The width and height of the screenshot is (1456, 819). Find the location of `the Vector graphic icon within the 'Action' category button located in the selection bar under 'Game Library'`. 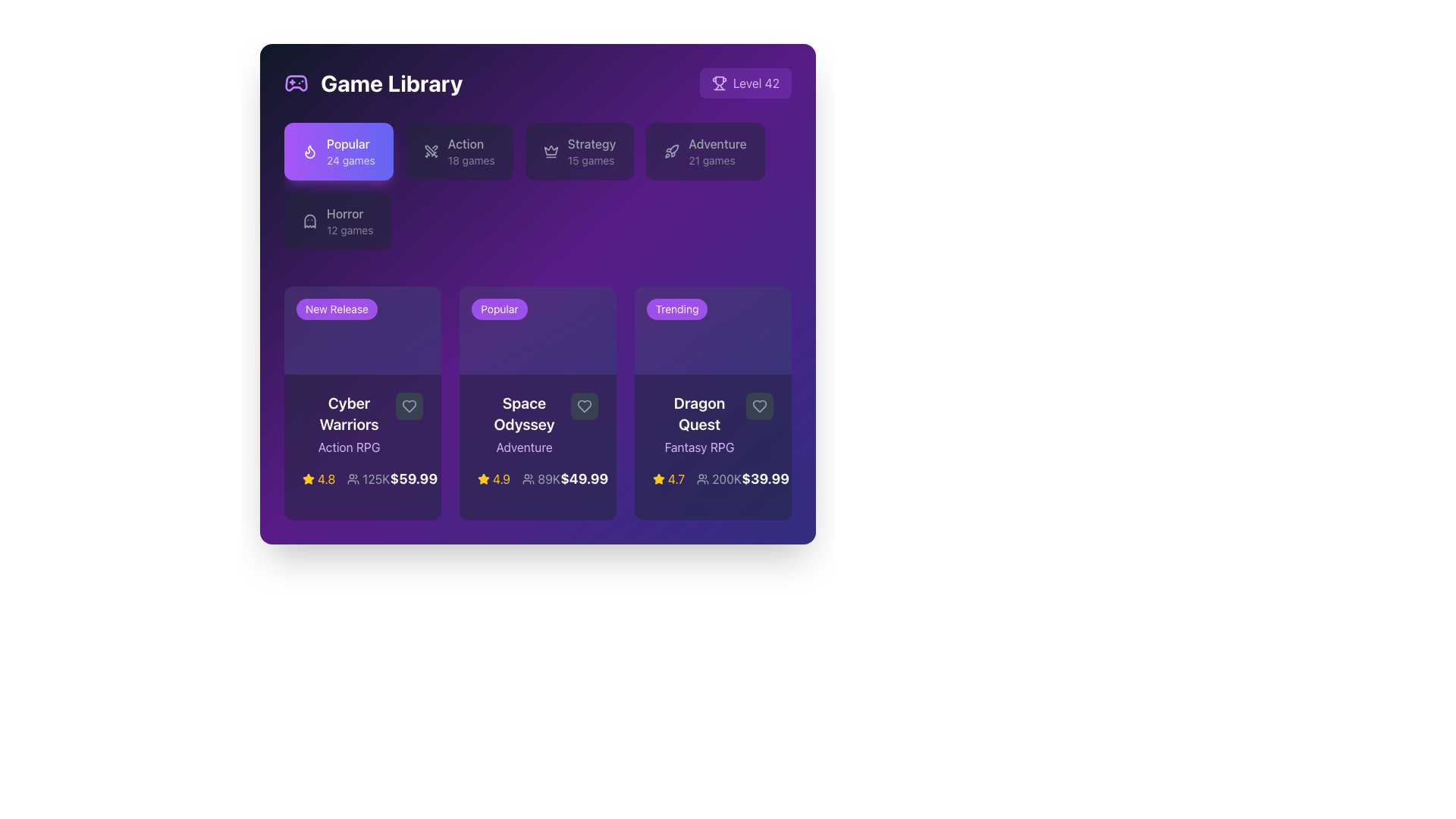

the Vector graphic icon within the 'Action' category button located in the selection bar under 'Game Library' is located at coordinates (430, 152).